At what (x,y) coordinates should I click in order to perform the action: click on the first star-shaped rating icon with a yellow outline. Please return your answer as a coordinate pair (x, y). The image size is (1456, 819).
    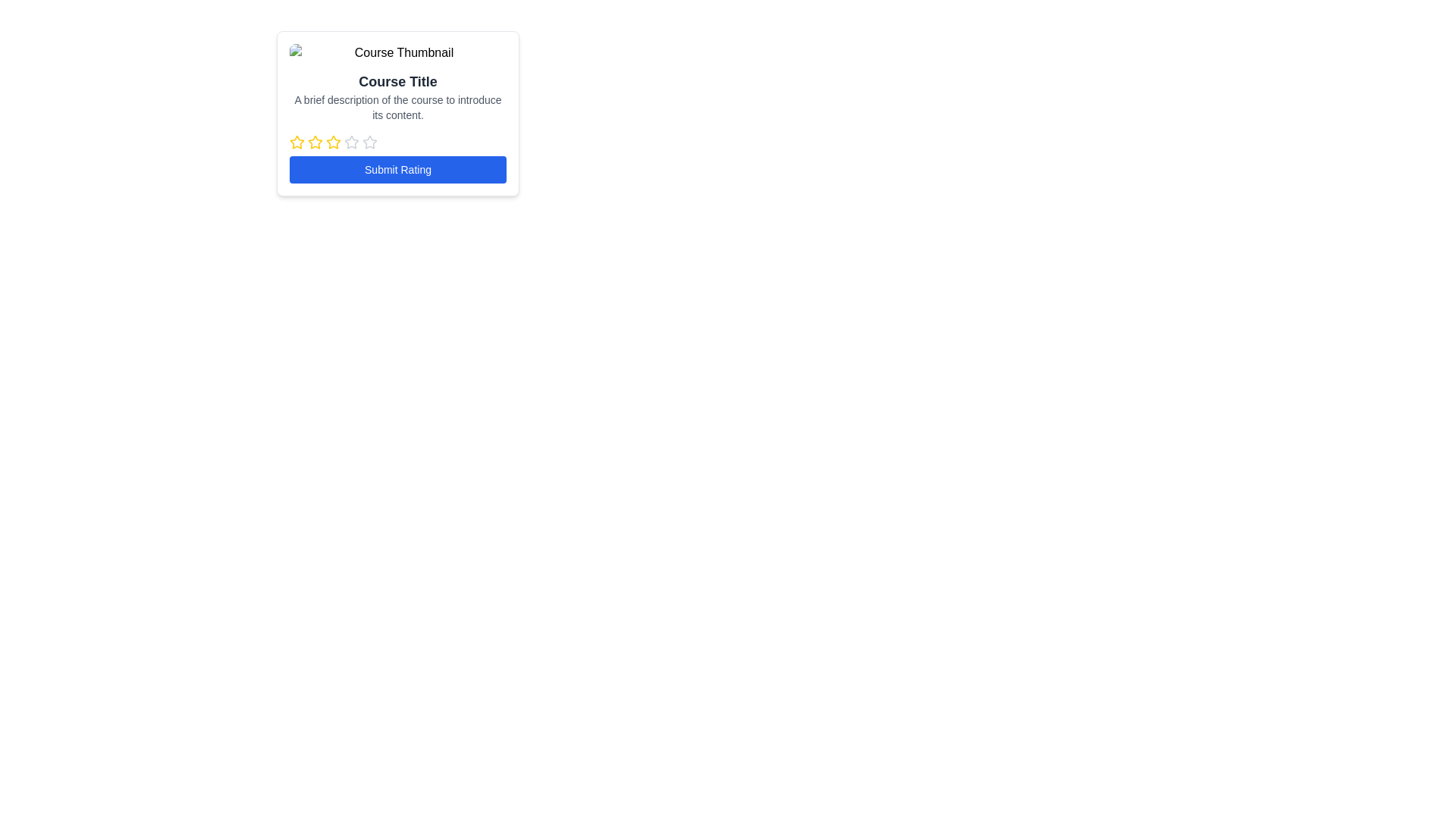
    Looking at the image, I should click on (297, 143).